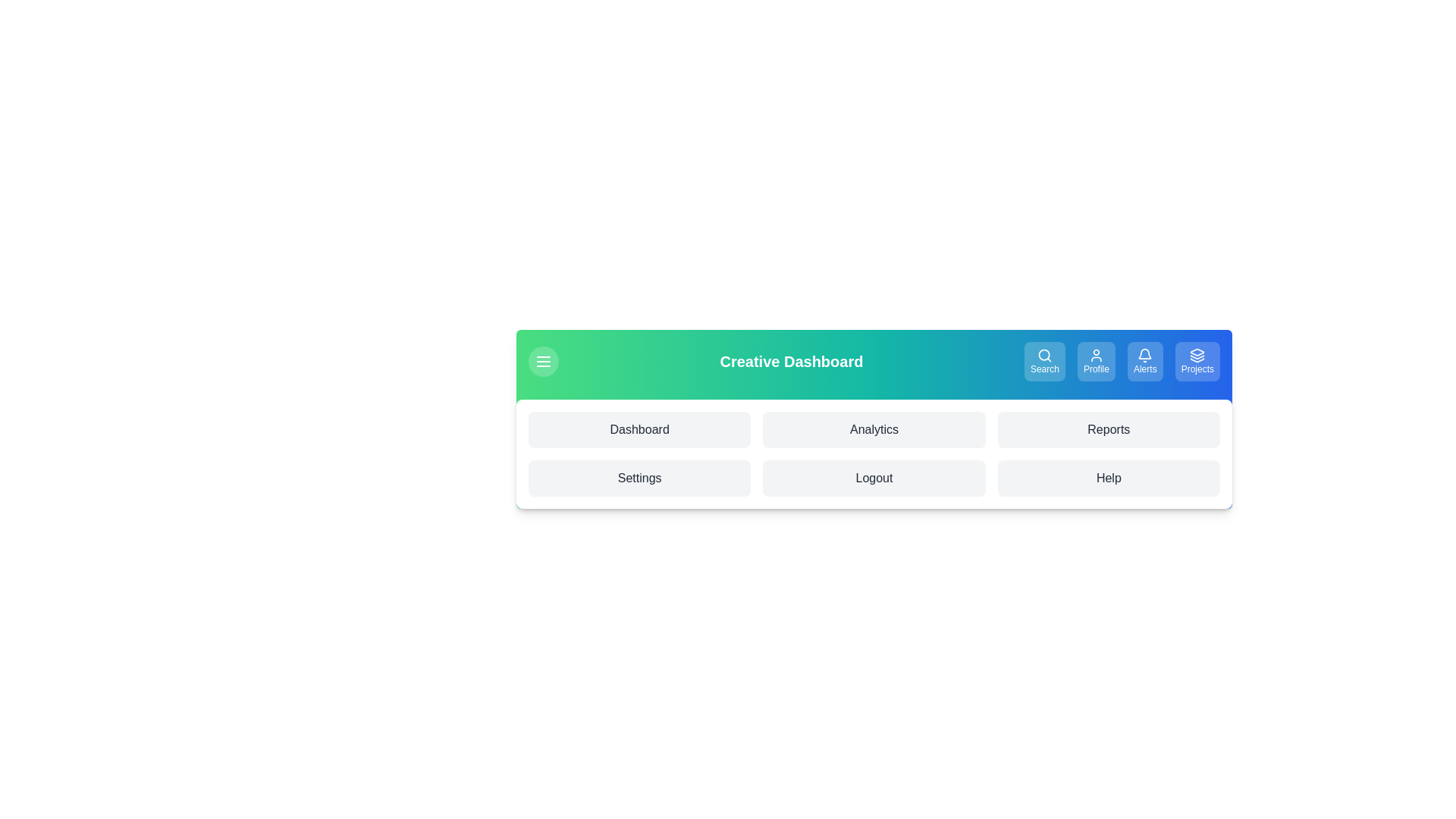 The image size is (1456, 819). I want to click on the menu item labeled Dashboard, so click(639, 430).